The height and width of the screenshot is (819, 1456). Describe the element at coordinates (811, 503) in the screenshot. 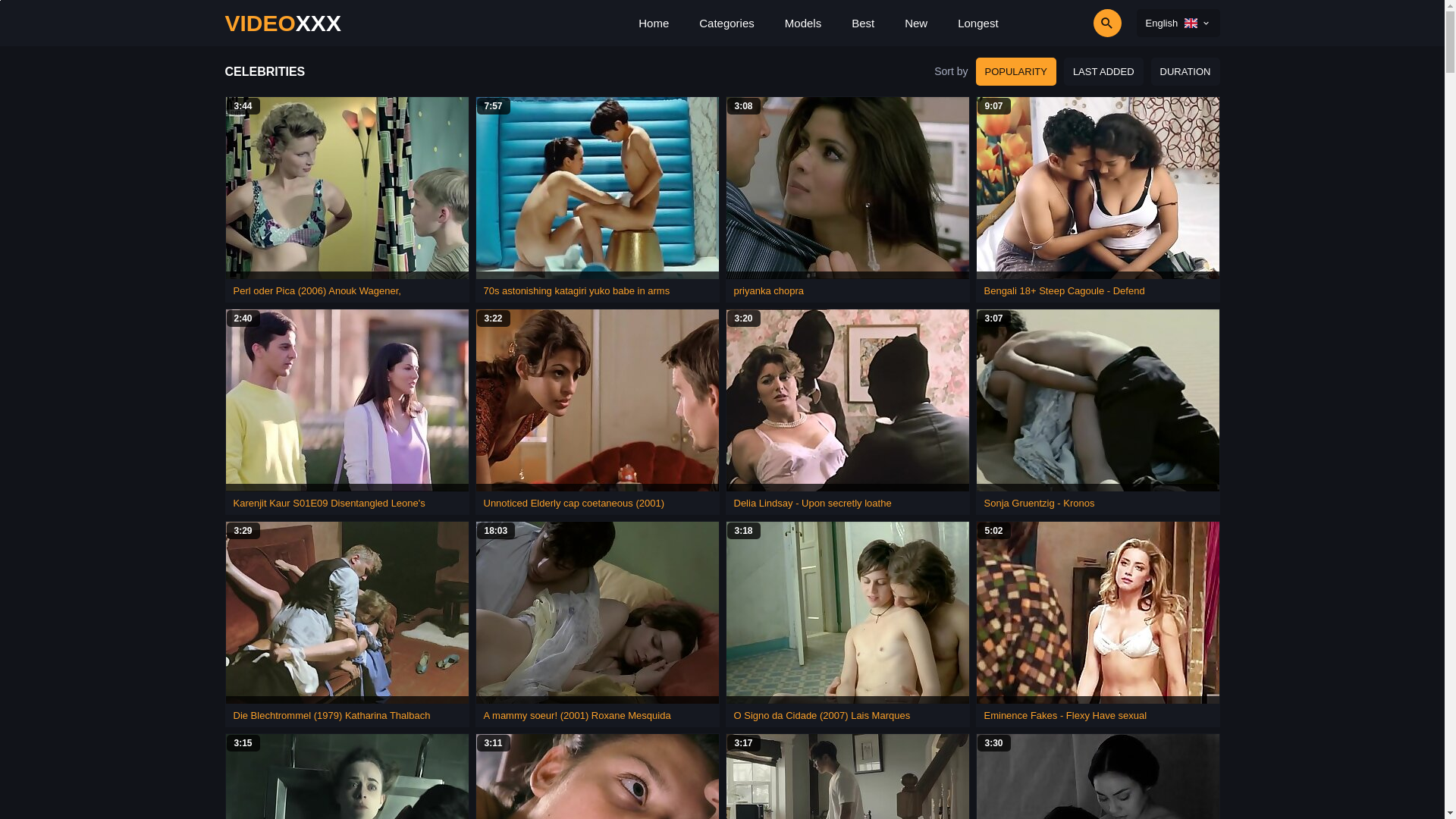

I see `'Delia Lindsay - Upon secretly loathe'` at that location.